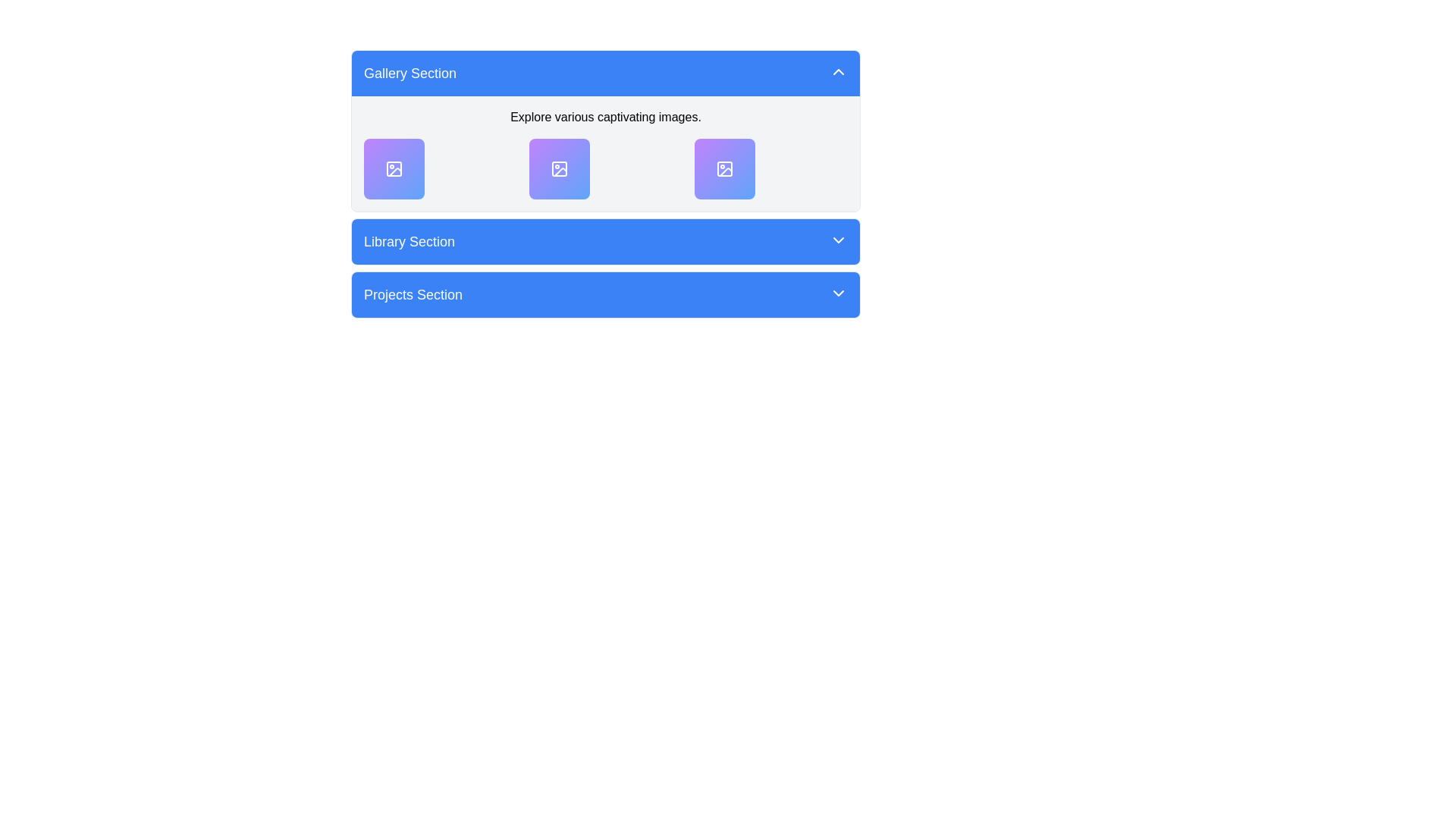 This screenshot has width=1456, height=819. I want to click on the 'Projects Section' text label, which is styled in bold white font on a blue background, so click(413, 295).